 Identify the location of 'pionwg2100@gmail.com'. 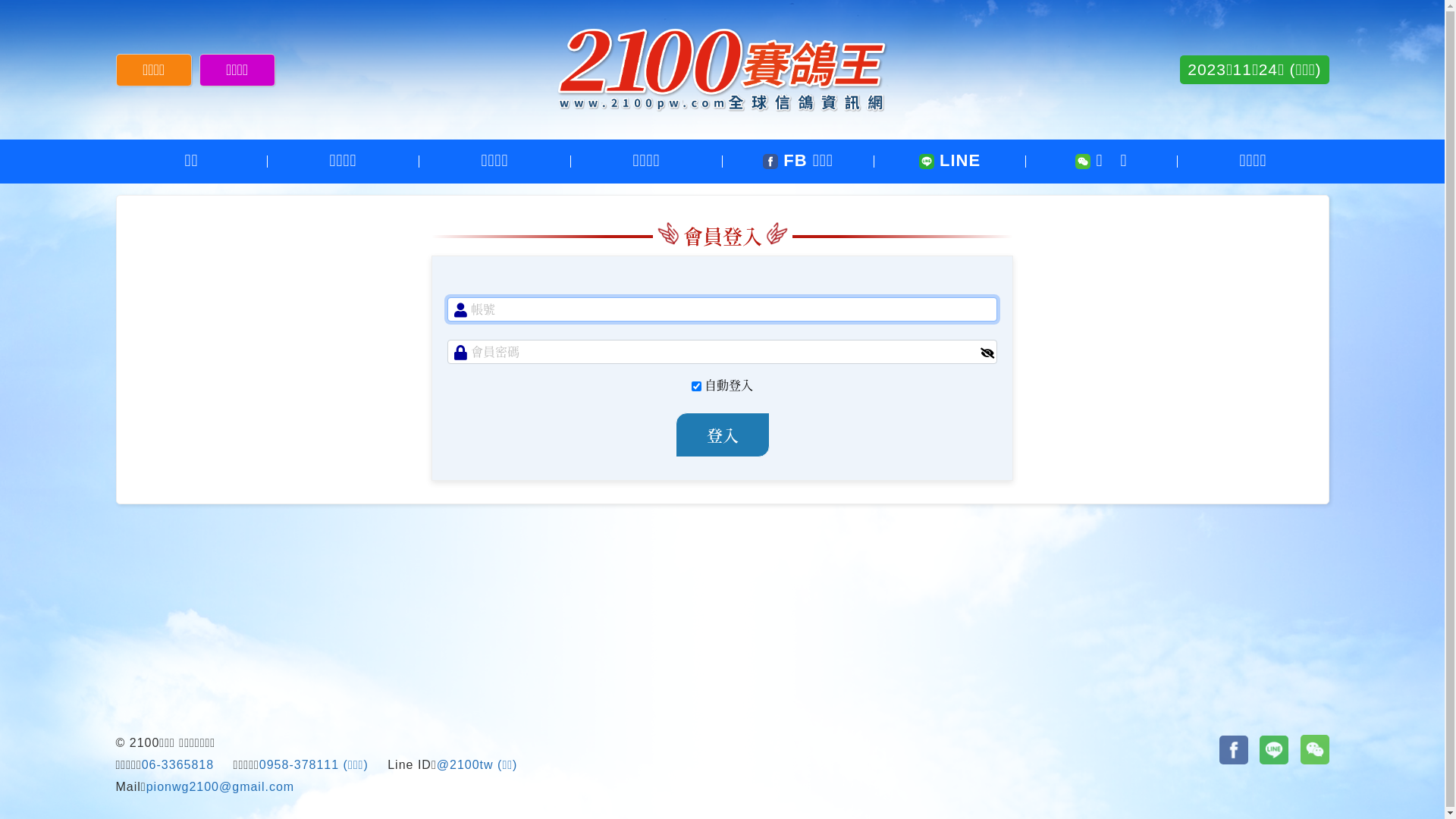
(146, 786).